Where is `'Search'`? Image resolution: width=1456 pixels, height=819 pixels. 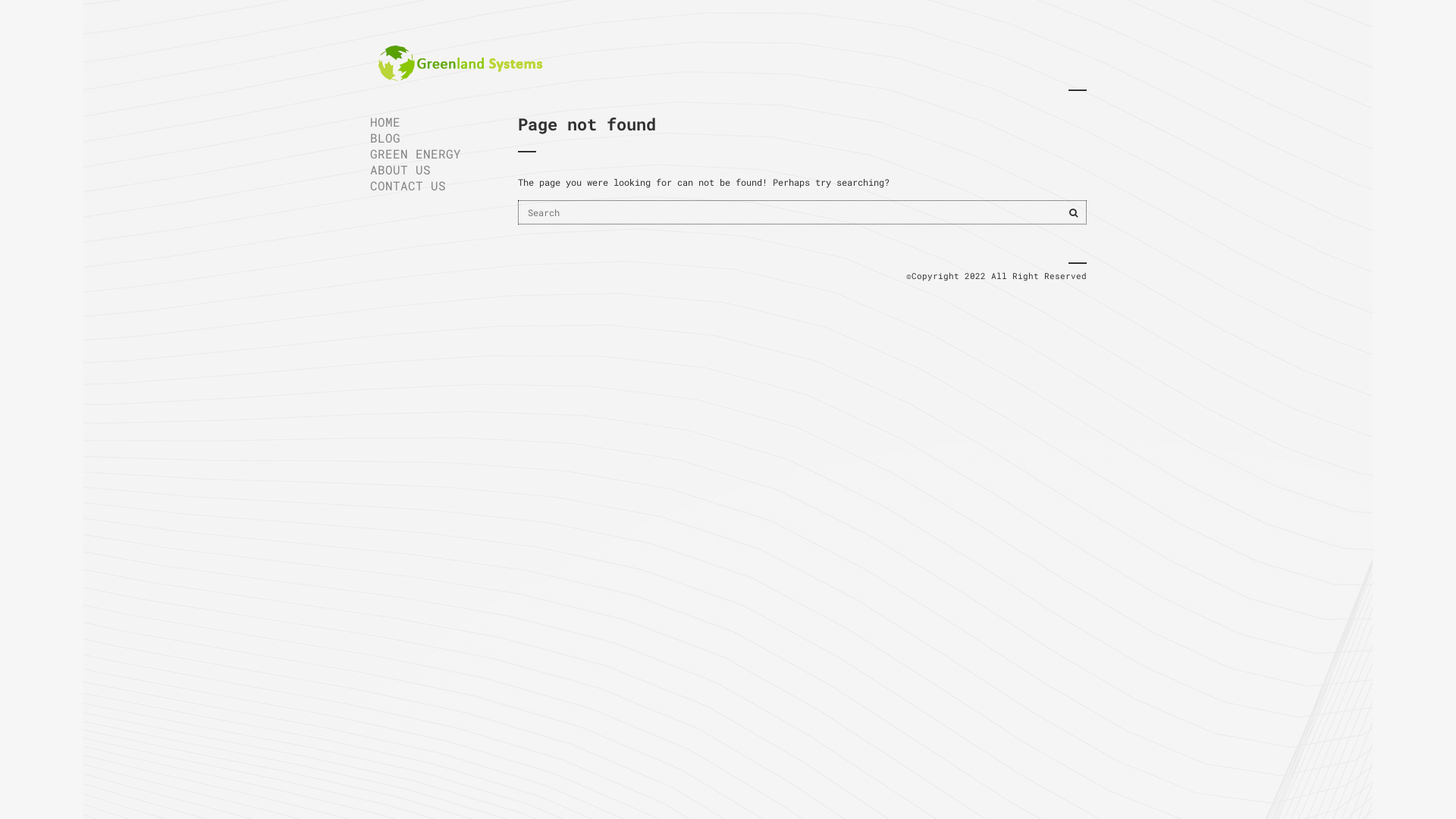 'Search' is located at coordinates (1072, 212).